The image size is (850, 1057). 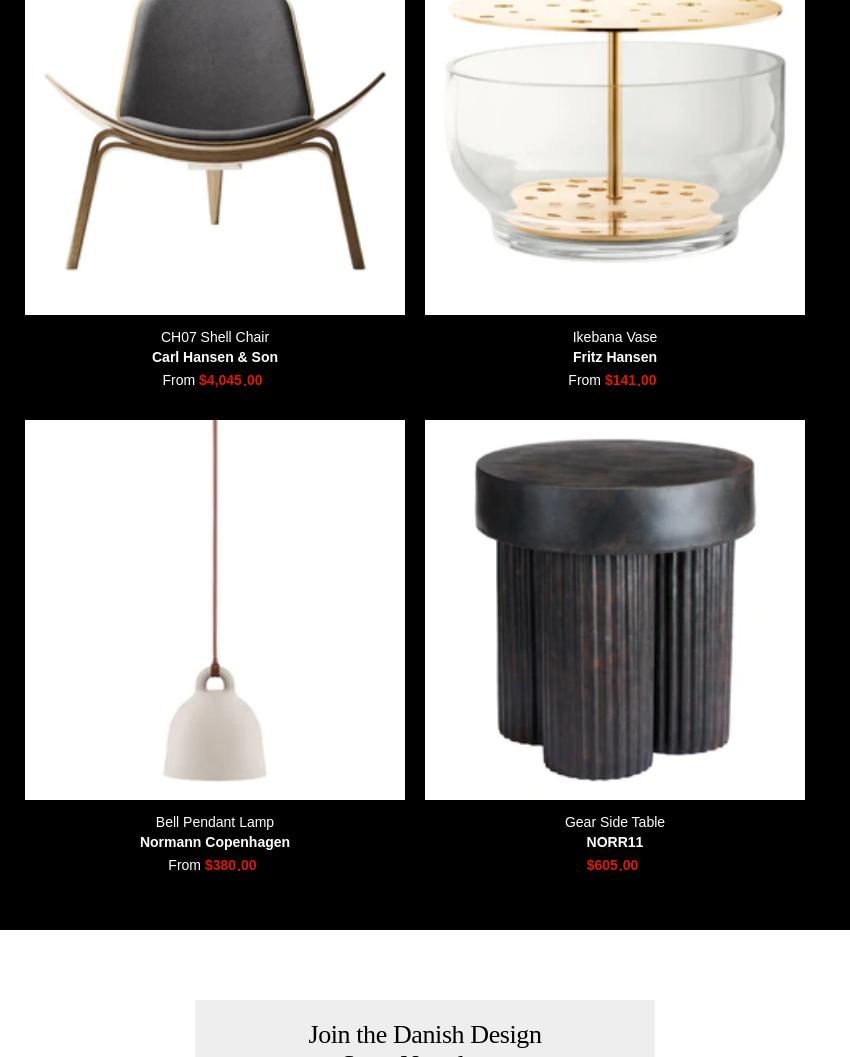 What do you see at coordinates (214, 820) in the screenshot?
I see `'Bell Pendant Lamp'` at bounding box center [214, 820].